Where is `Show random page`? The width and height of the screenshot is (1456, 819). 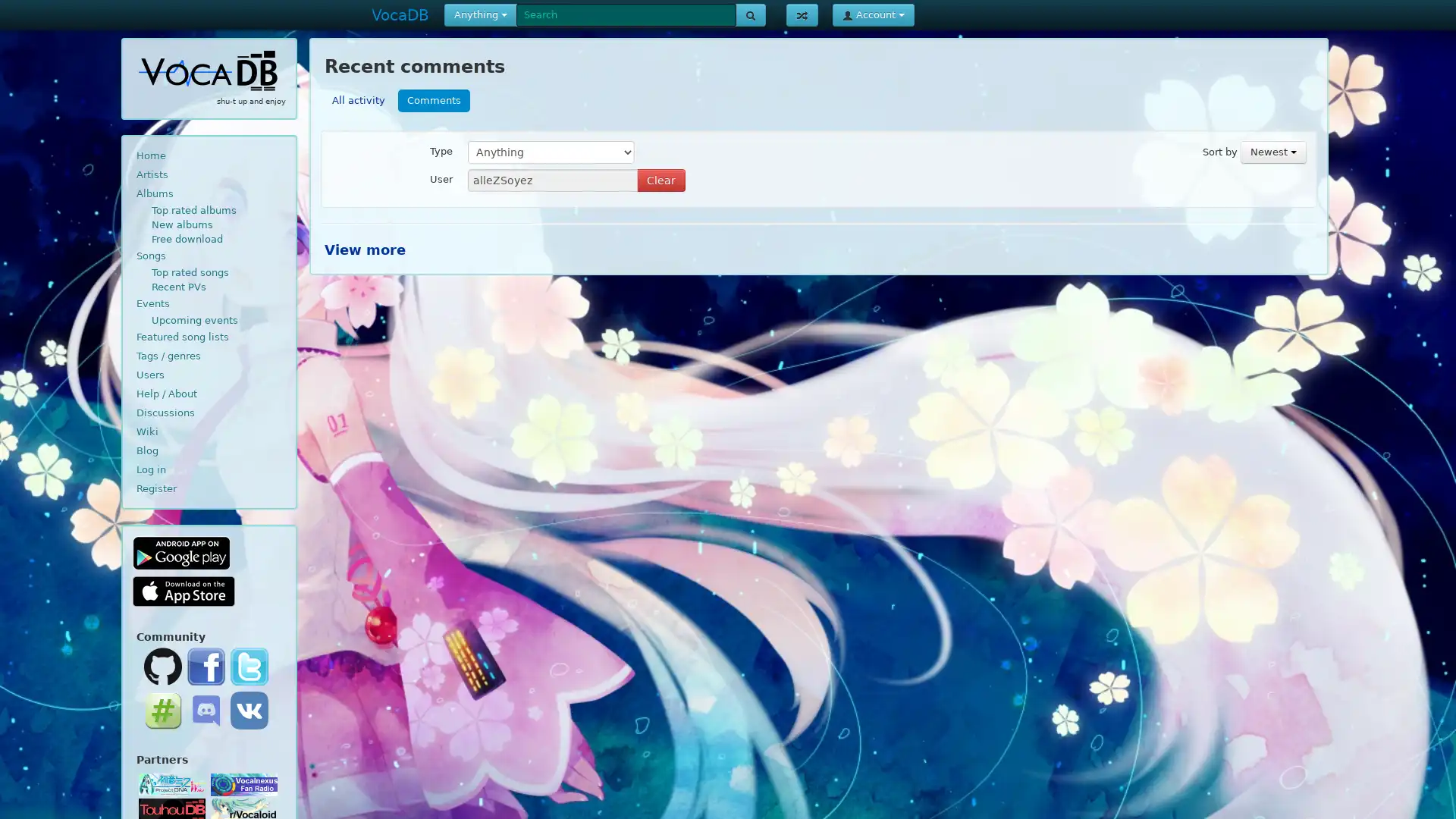 Show random page is located at coordinates (801, 14).